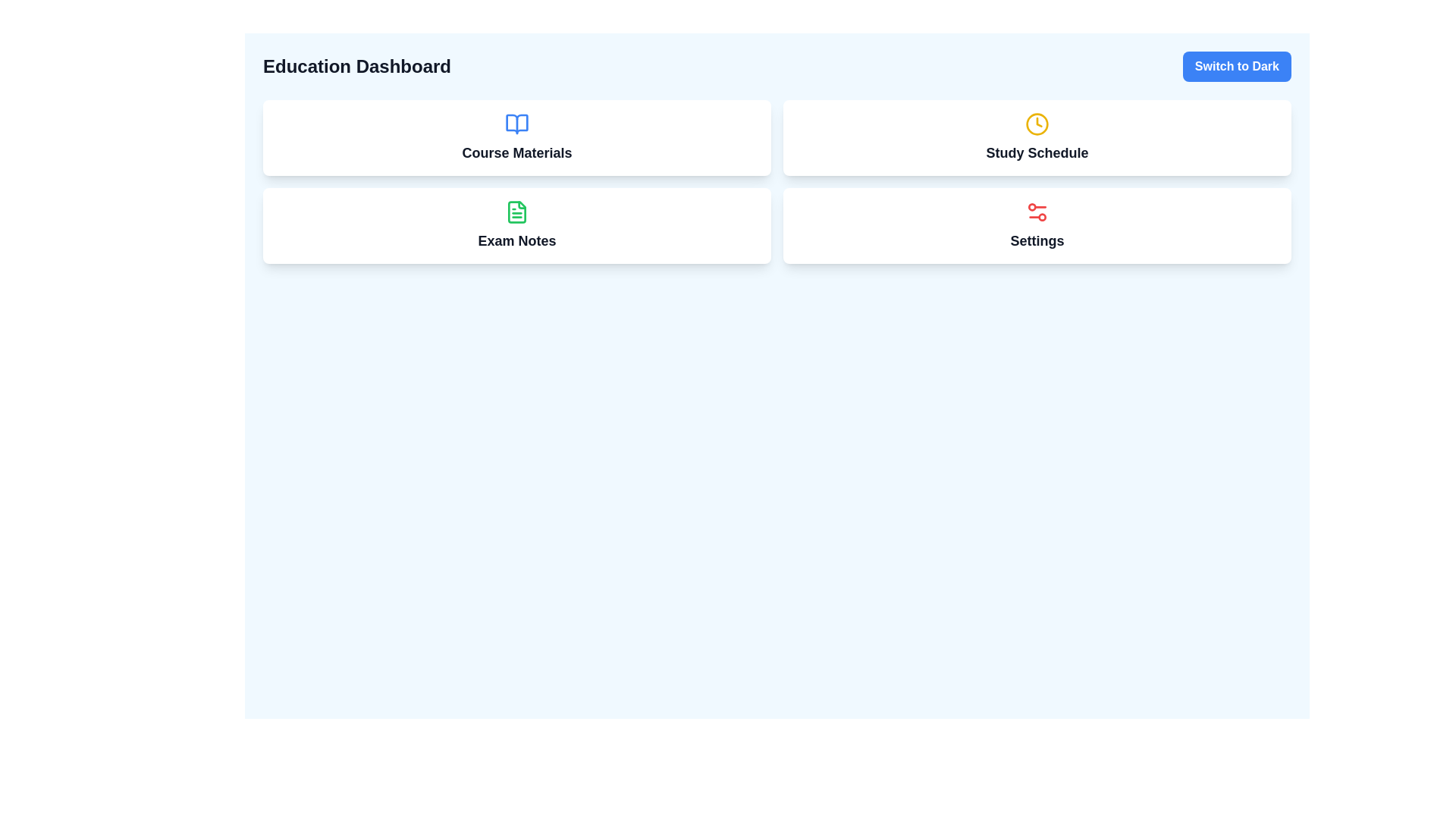  Describe the element at coordinates (1037, 152) in the screenshot. I see `the Text label that serves as the title for the study schedule card, located at the upper right of the main content area, below a clock icon` at that location.